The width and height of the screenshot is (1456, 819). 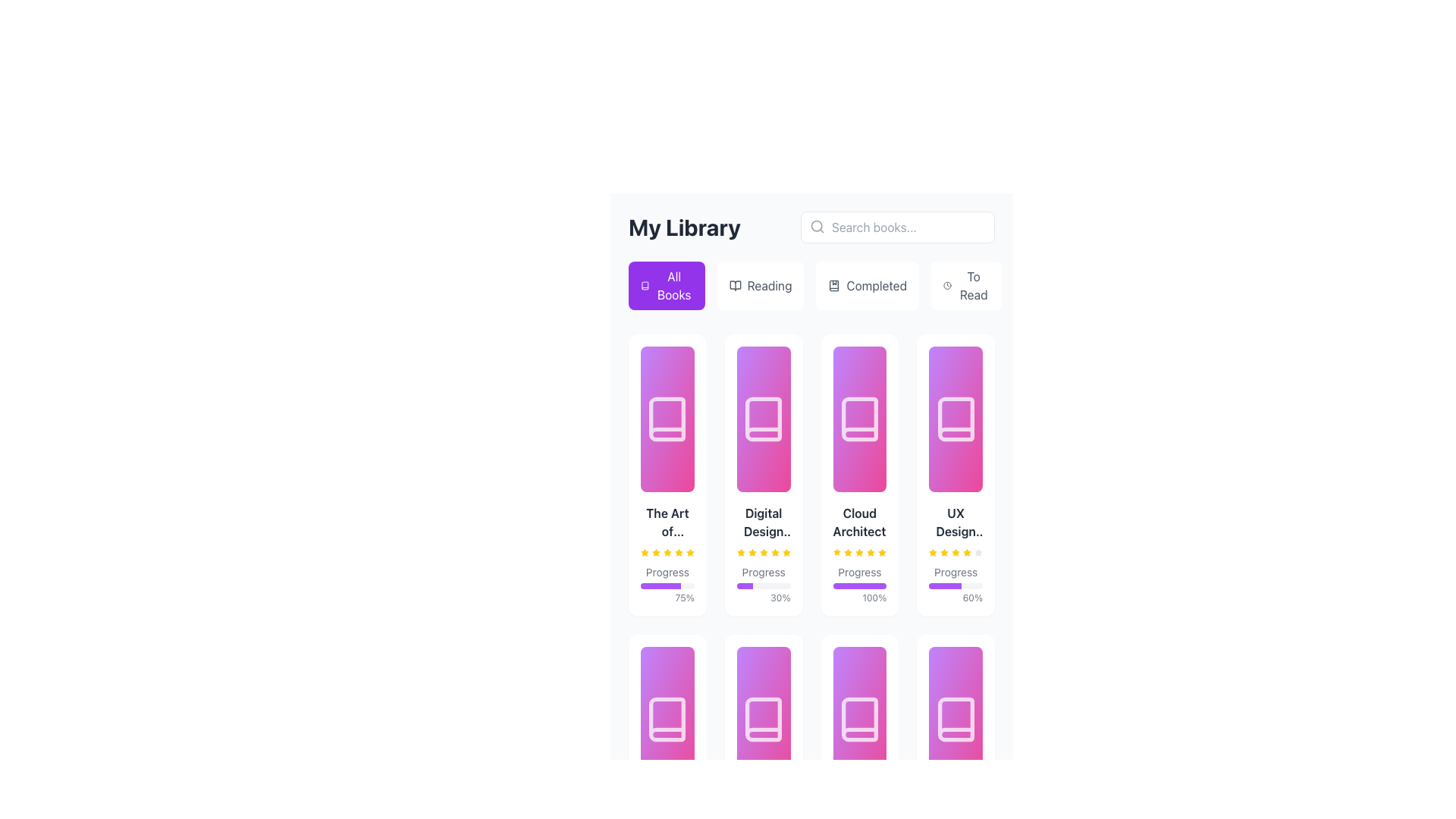 I want to click on the visual representation of the book icon in the fourth card of the first row under the 'My Library' header, which depicts 'UX Design..', so click(x=955, y=419).